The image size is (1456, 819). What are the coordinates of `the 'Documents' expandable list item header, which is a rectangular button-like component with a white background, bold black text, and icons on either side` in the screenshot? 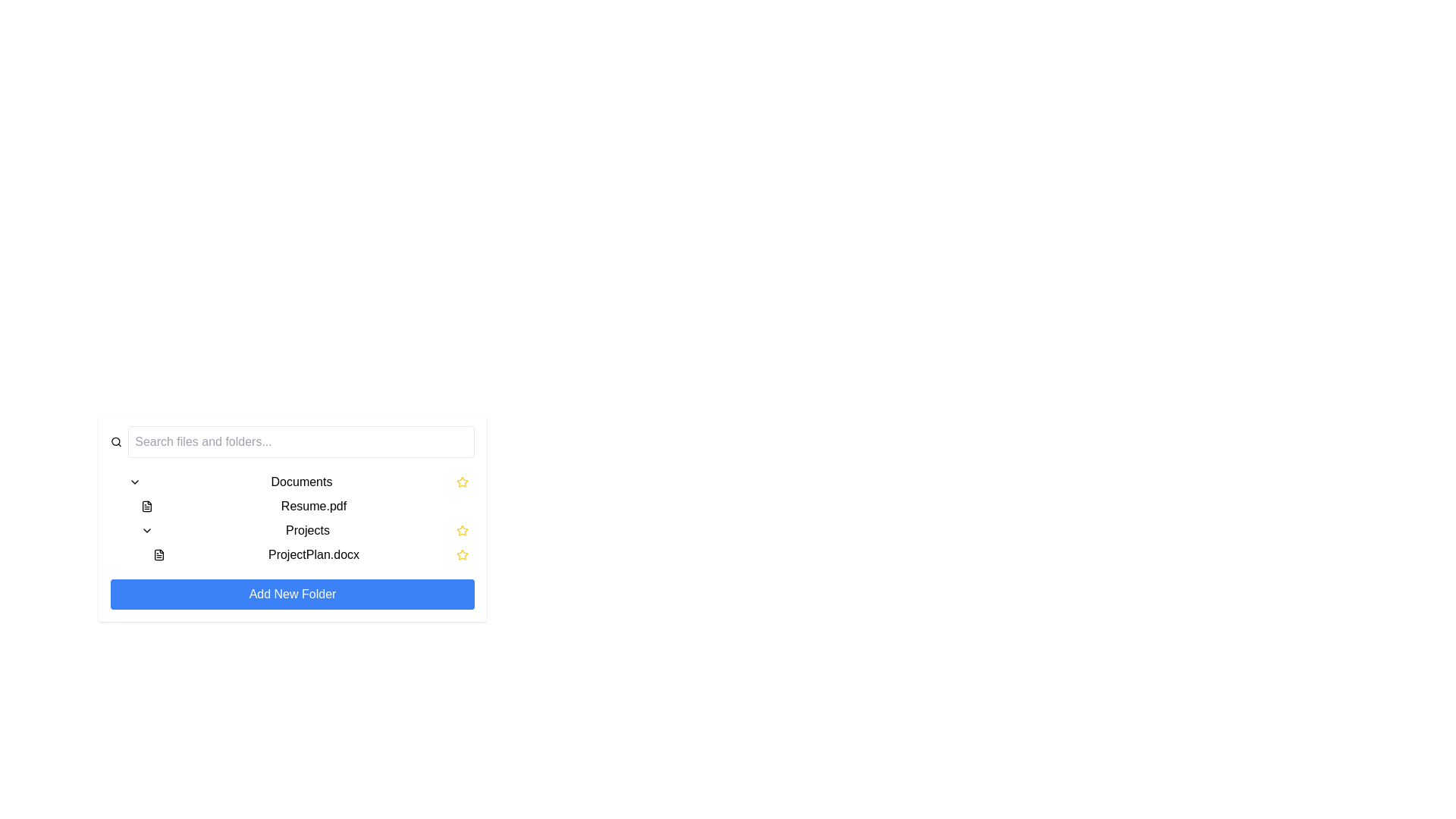 It's located at (298, 482).